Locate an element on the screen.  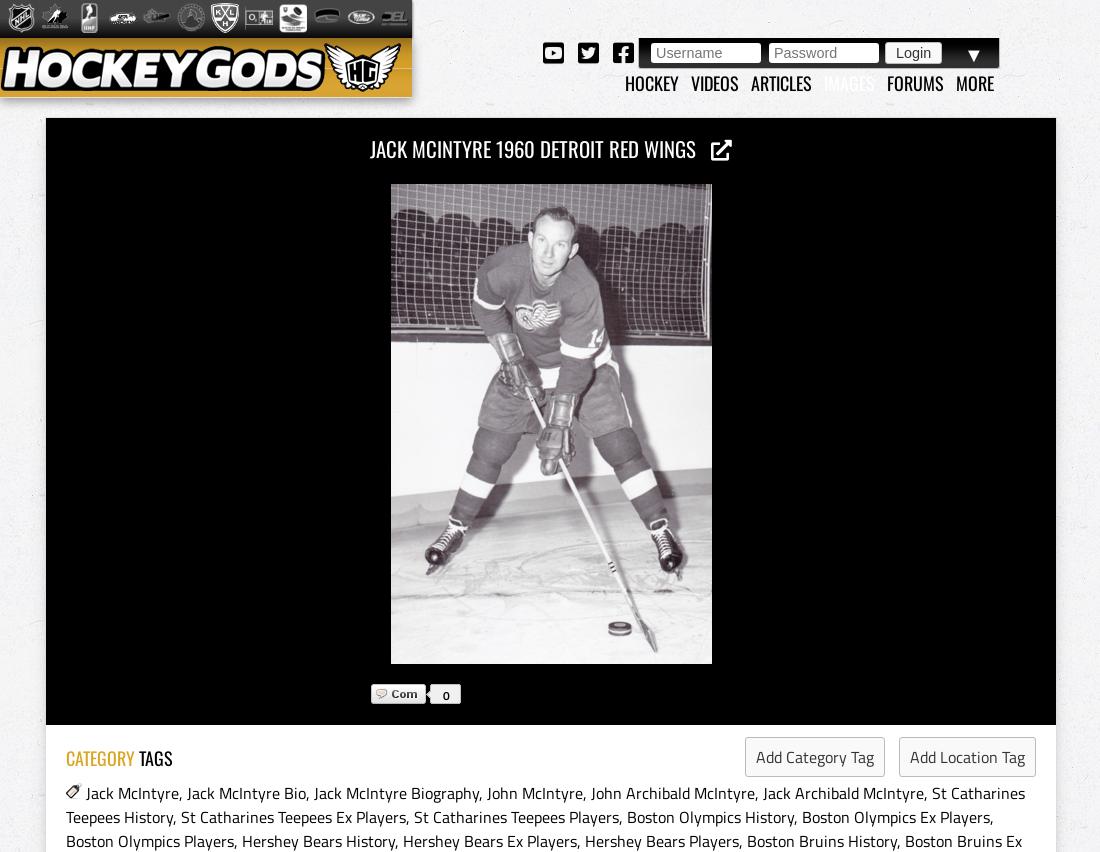
'TAGS' is located at coordinates (153, 758).